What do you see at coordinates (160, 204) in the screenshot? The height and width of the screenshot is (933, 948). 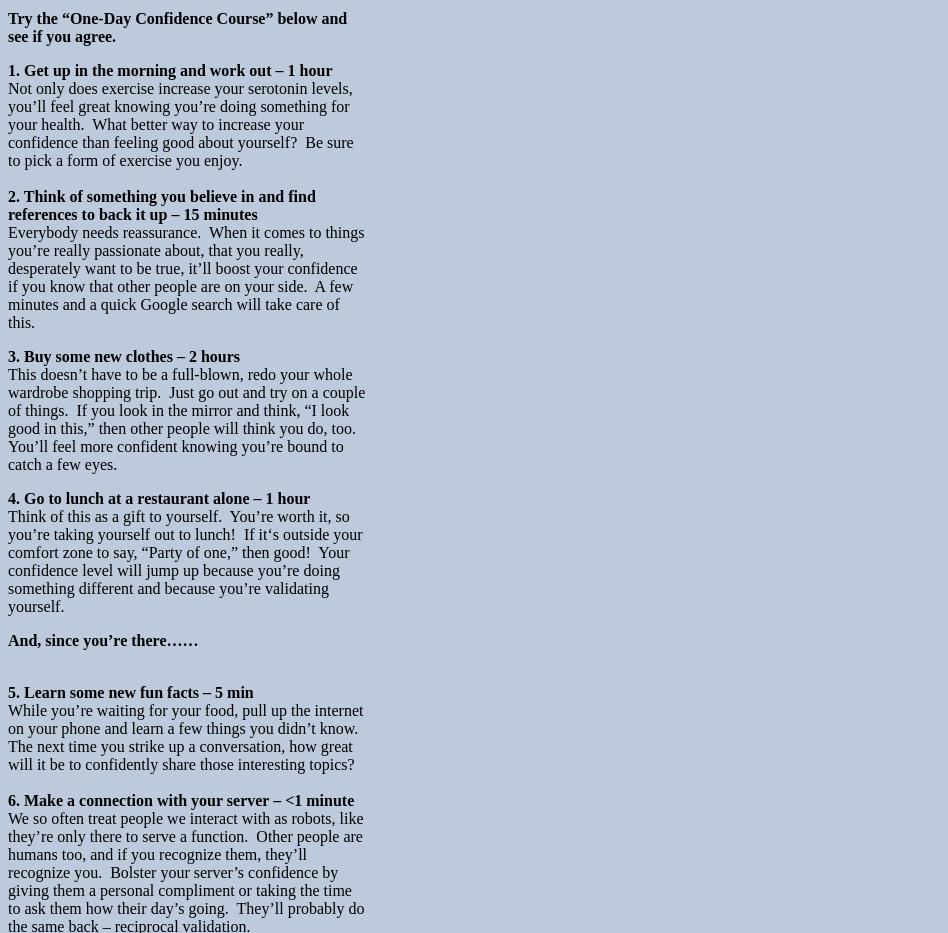 I see `'2. Think of something you believe in and find references to back it up – 15 minutes'` at bounding box center [160, 204].